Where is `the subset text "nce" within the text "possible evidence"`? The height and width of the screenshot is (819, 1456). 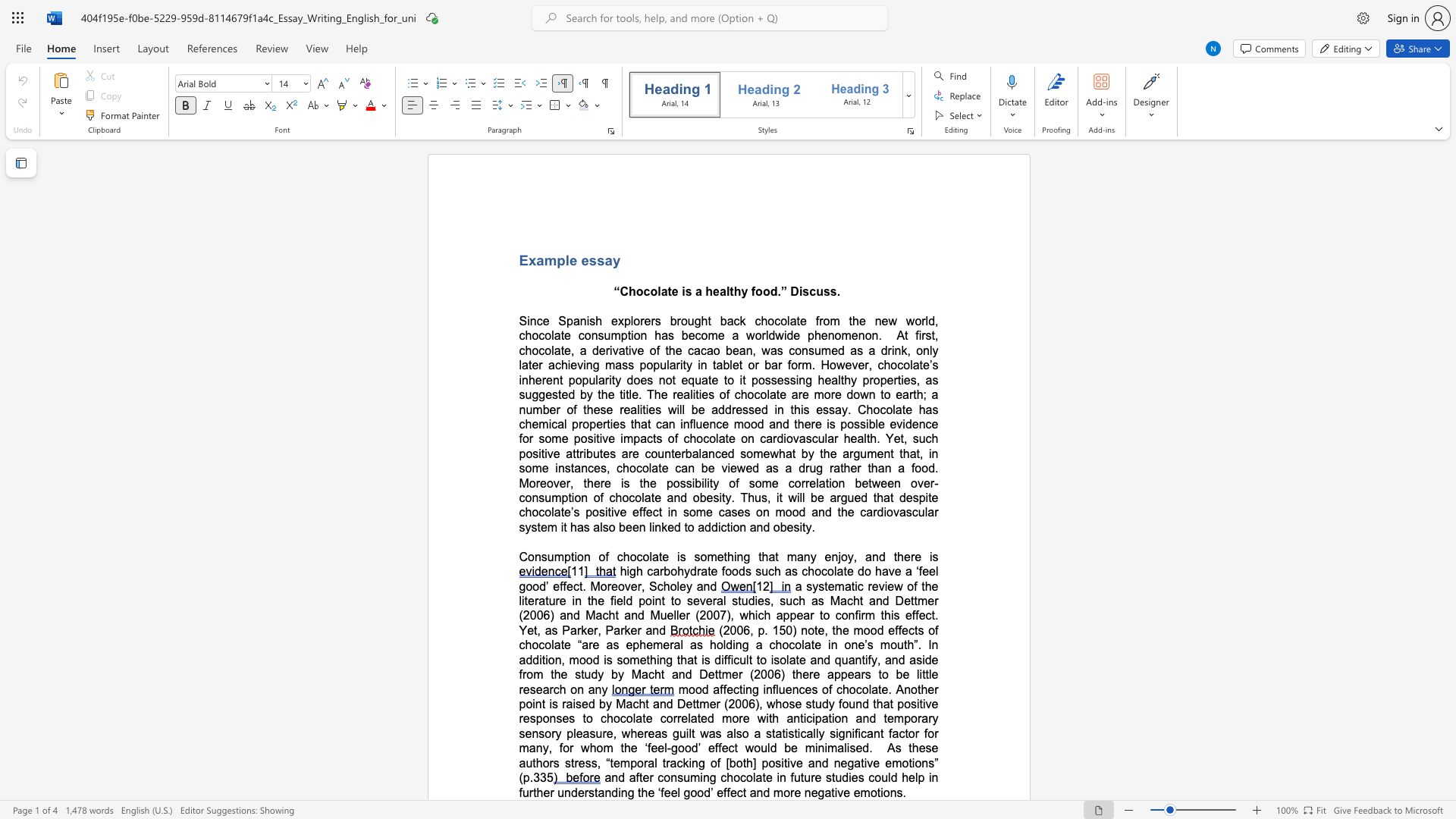 the subset text "nce" within the text "possible evidence" is located at coordinates (918, 424).